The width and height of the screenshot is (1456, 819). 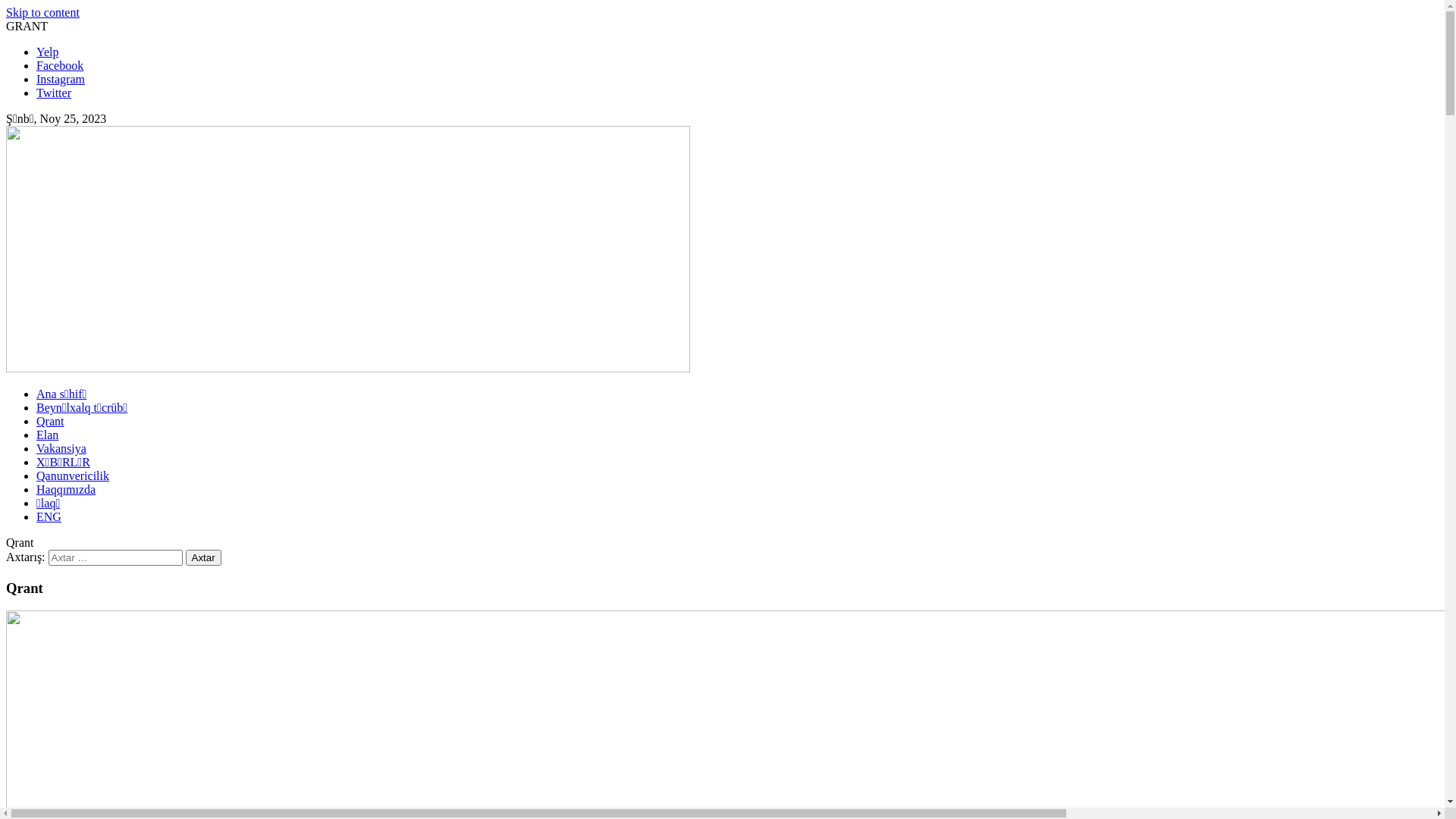 I want to click on 'Skip to content', so click(x=42, y=12).